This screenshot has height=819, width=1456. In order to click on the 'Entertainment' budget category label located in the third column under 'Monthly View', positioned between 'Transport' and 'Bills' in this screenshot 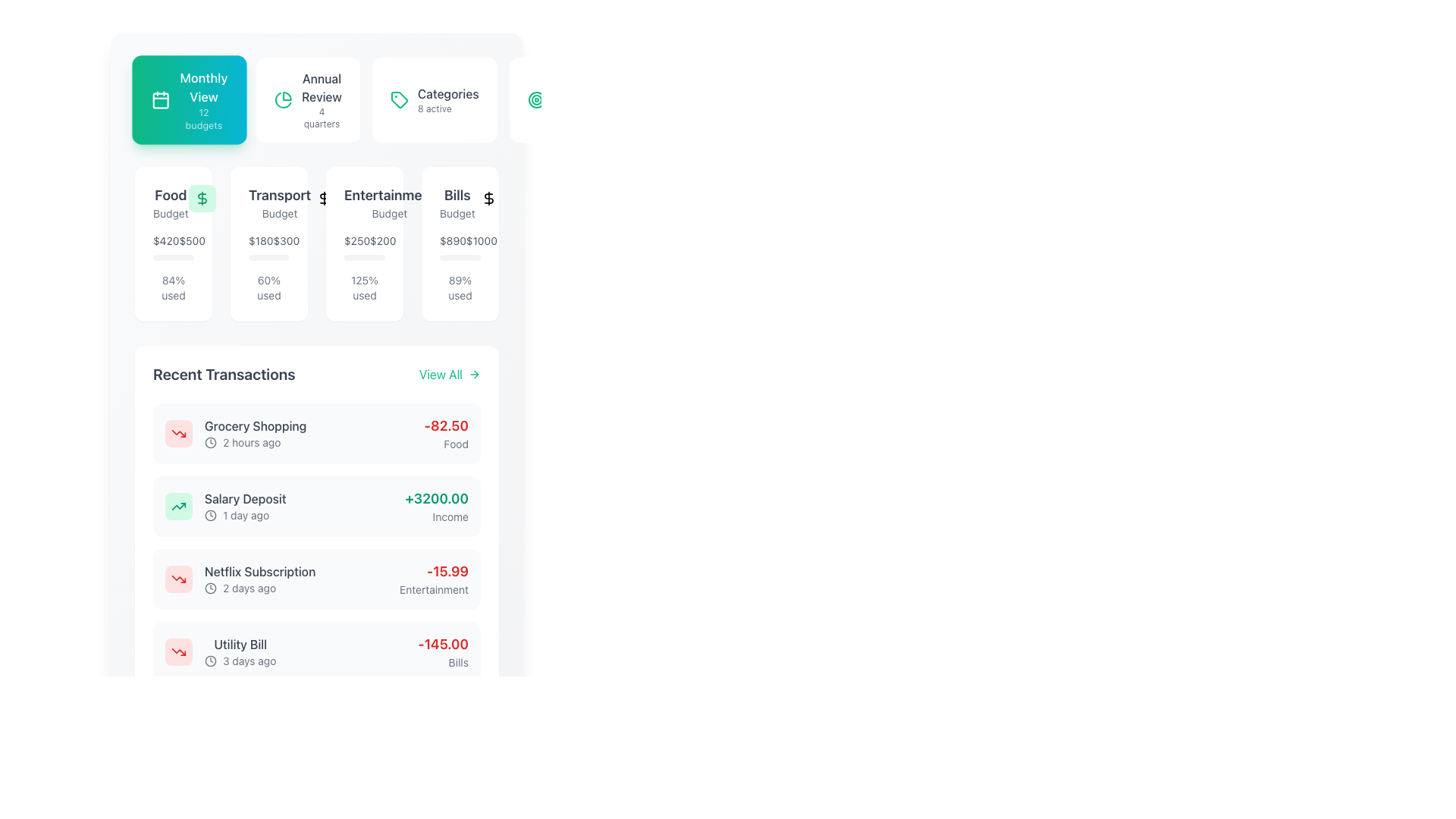, I will do `click(389, 202)`.